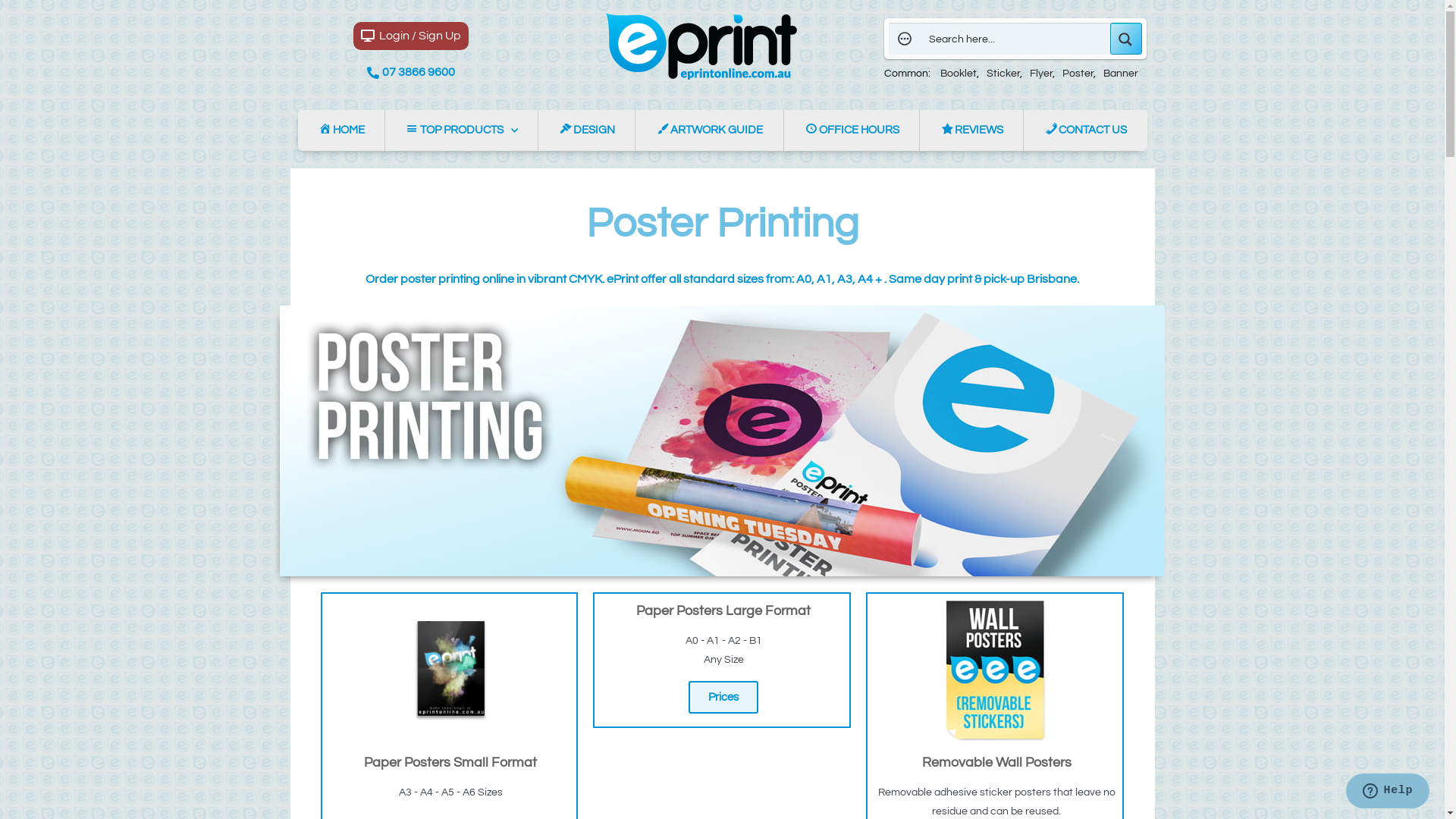 Image resolution: width=1456 pixels, height=819 pixels. Describe the element at coordinates (460, 130) in the screenshot. I see `'TOP PRODUCTS'` at that location.